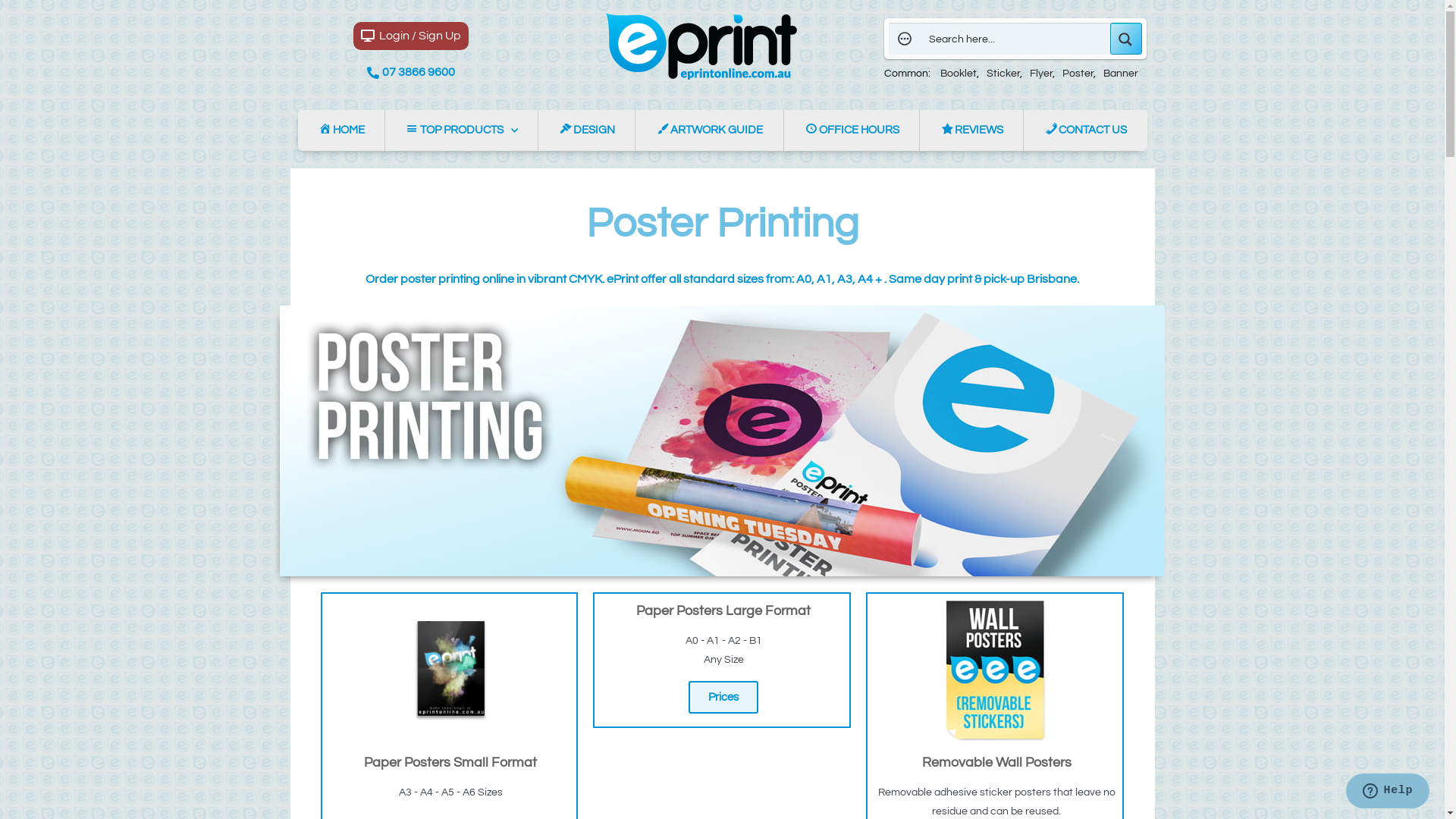 Image resolution: width=1456 pixels, height=819 pixels. Describe the element at coordinates (460, 130) in the screenshot. I see `'TOP PRODUCTS'` at that location.